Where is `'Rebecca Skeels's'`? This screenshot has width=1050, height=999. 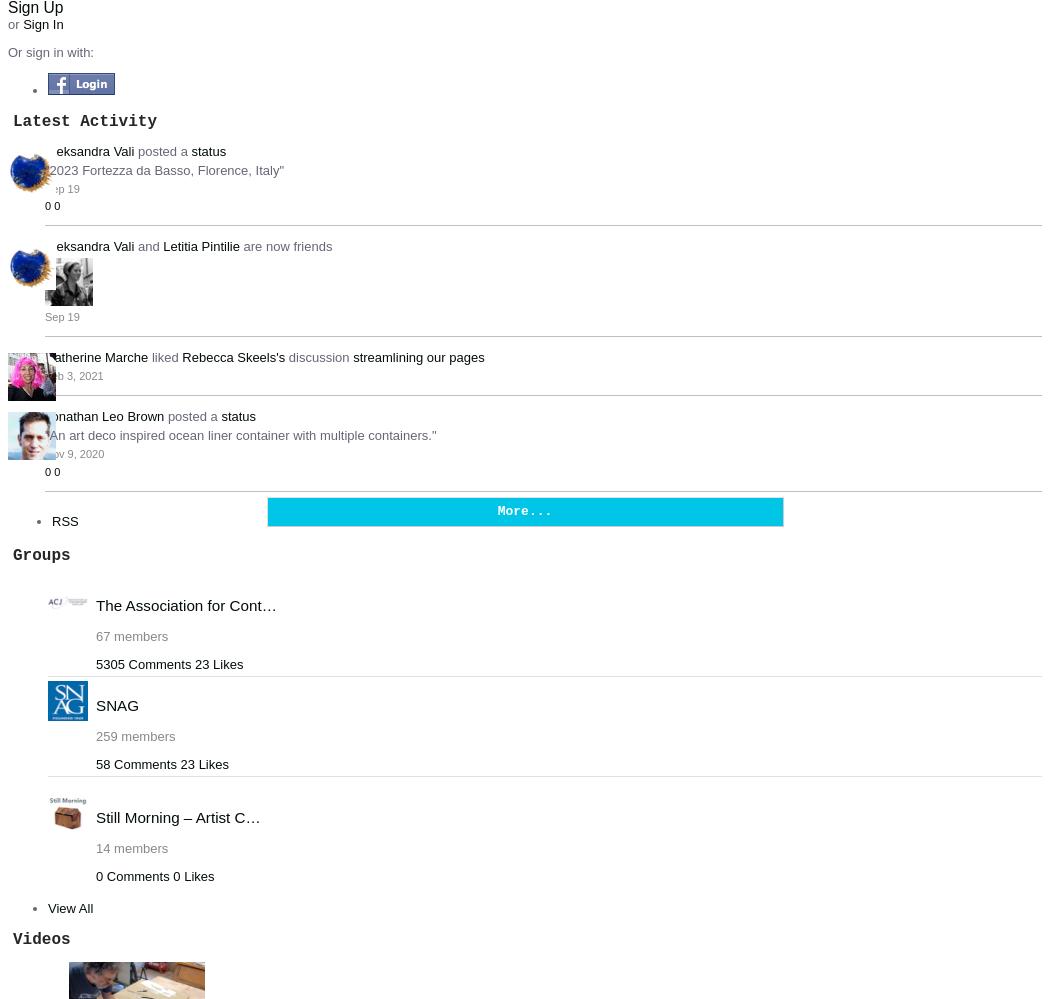 'Rebecca Skeels's' is located at coordinates (233, 357).